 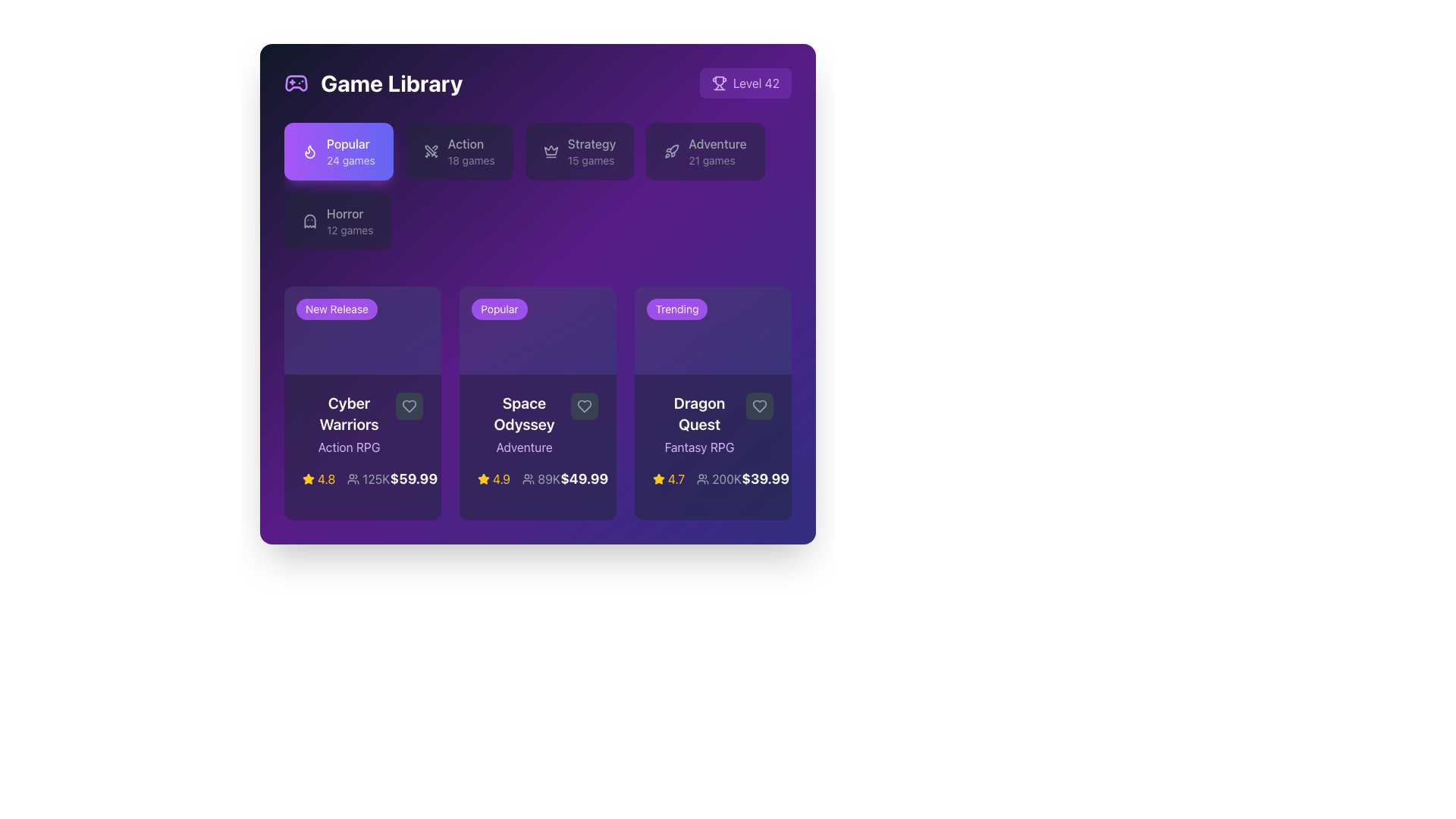 What do you see at coordinates (698, 414) in the screenshot?
I see `text of the title label that identifies the game title, positioned at the top of the card above the subtext 'Fantasy RPG'` at bounding box center [698, 414].